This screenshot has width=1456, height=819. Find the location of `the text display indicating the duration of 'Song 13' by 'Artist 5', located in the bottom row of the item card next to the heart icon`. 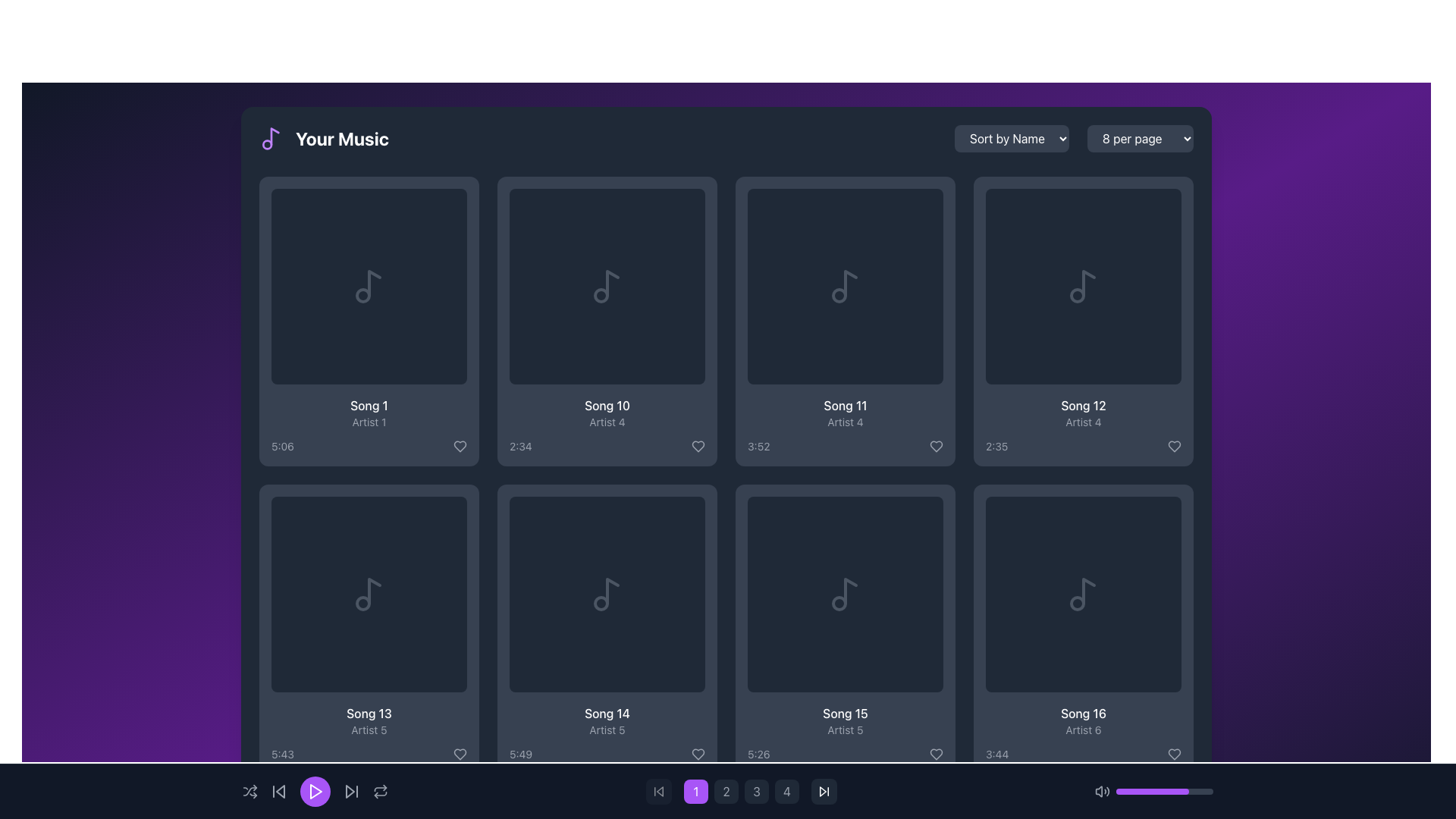

the text display indicating the duration of 'Song 13' by 'Artist 5', located in the bottom row of the item card next to the heart icon is located at coordinates (369, 755).